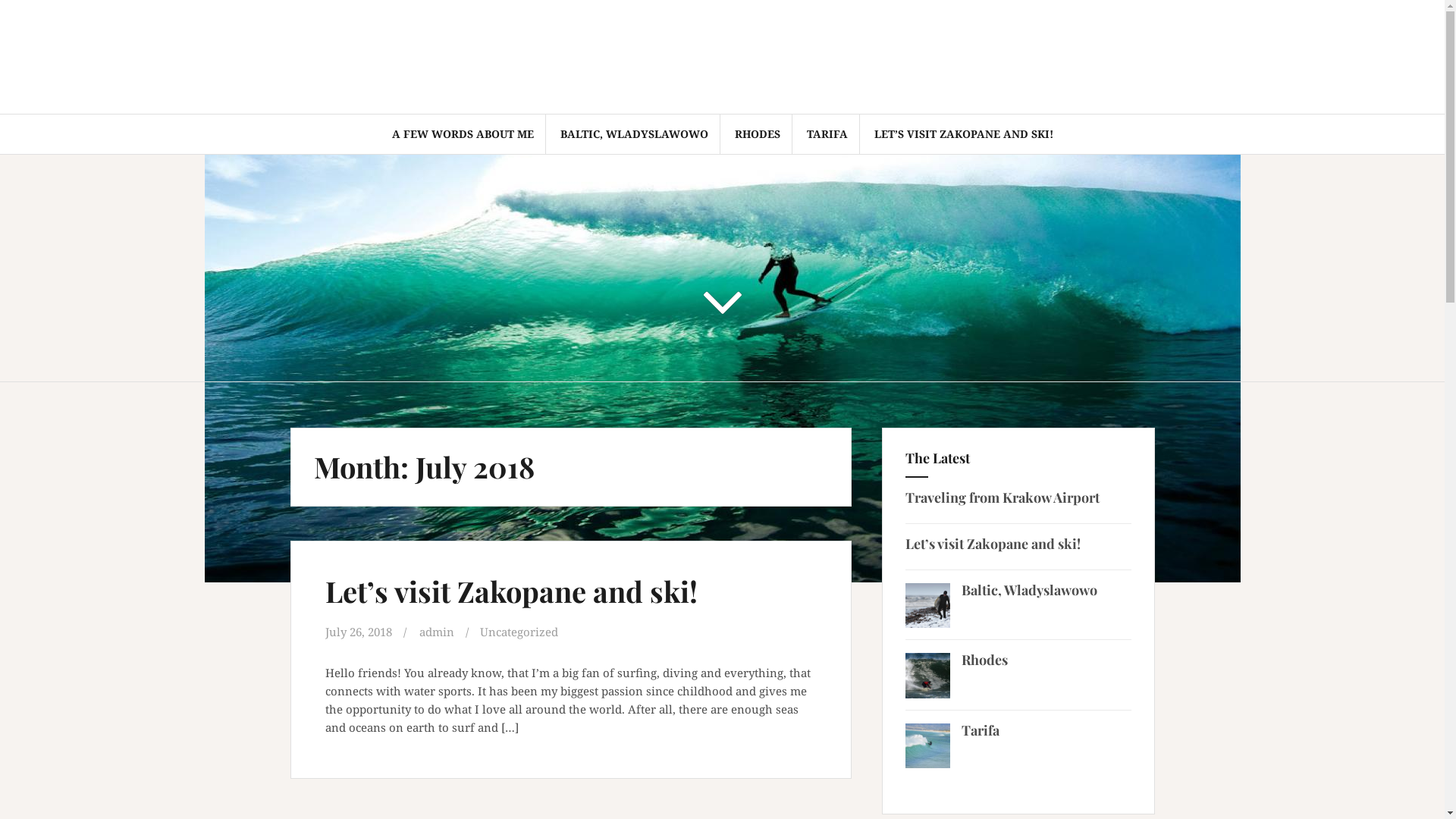 This screenshot has width=1456, height=819. Describe the element at coordinates (980, 730) in the screenshot. I see `'Tarifa'` at that location.